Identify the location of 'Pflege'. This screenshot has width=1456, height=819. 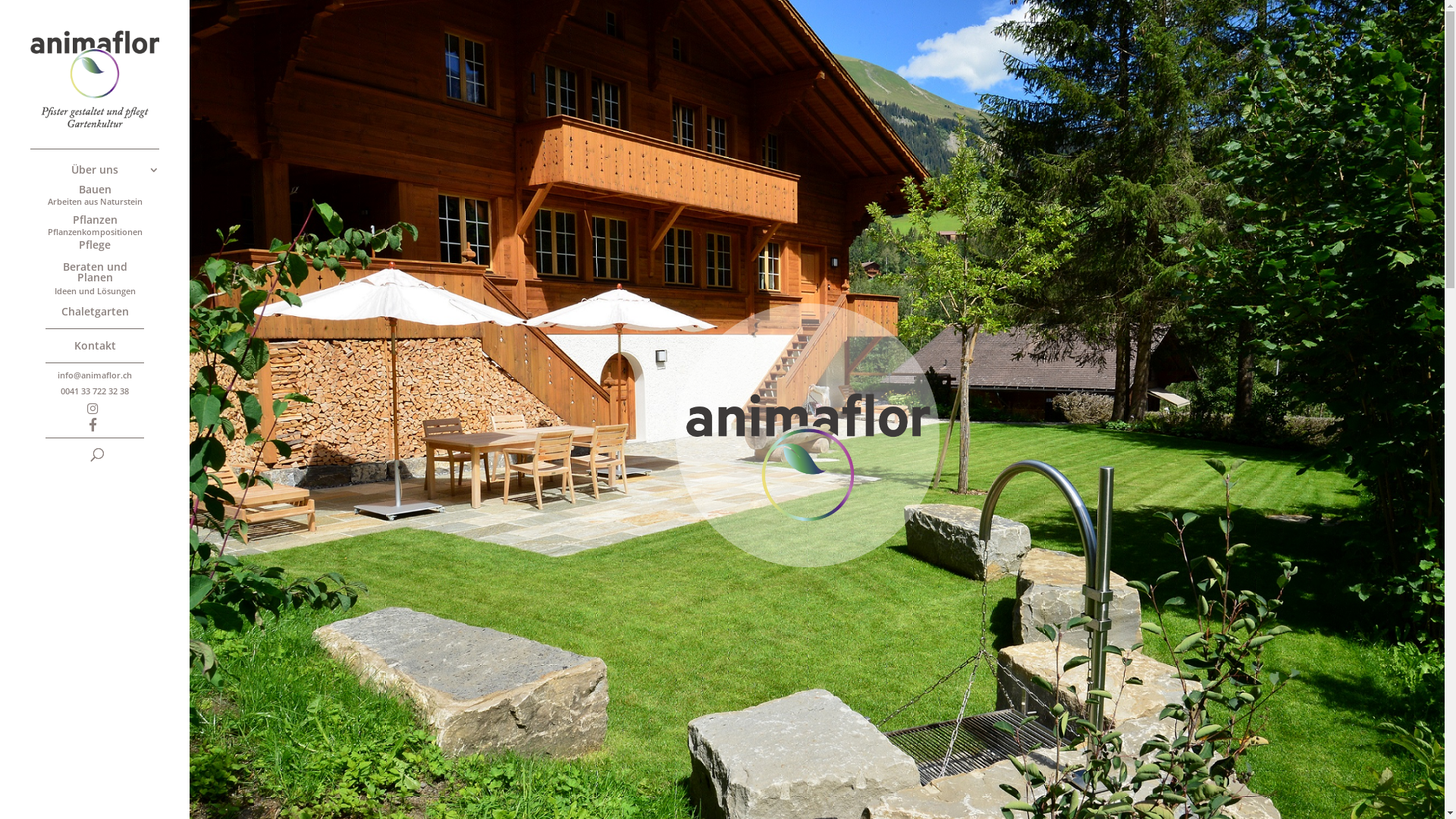
(108, 246).